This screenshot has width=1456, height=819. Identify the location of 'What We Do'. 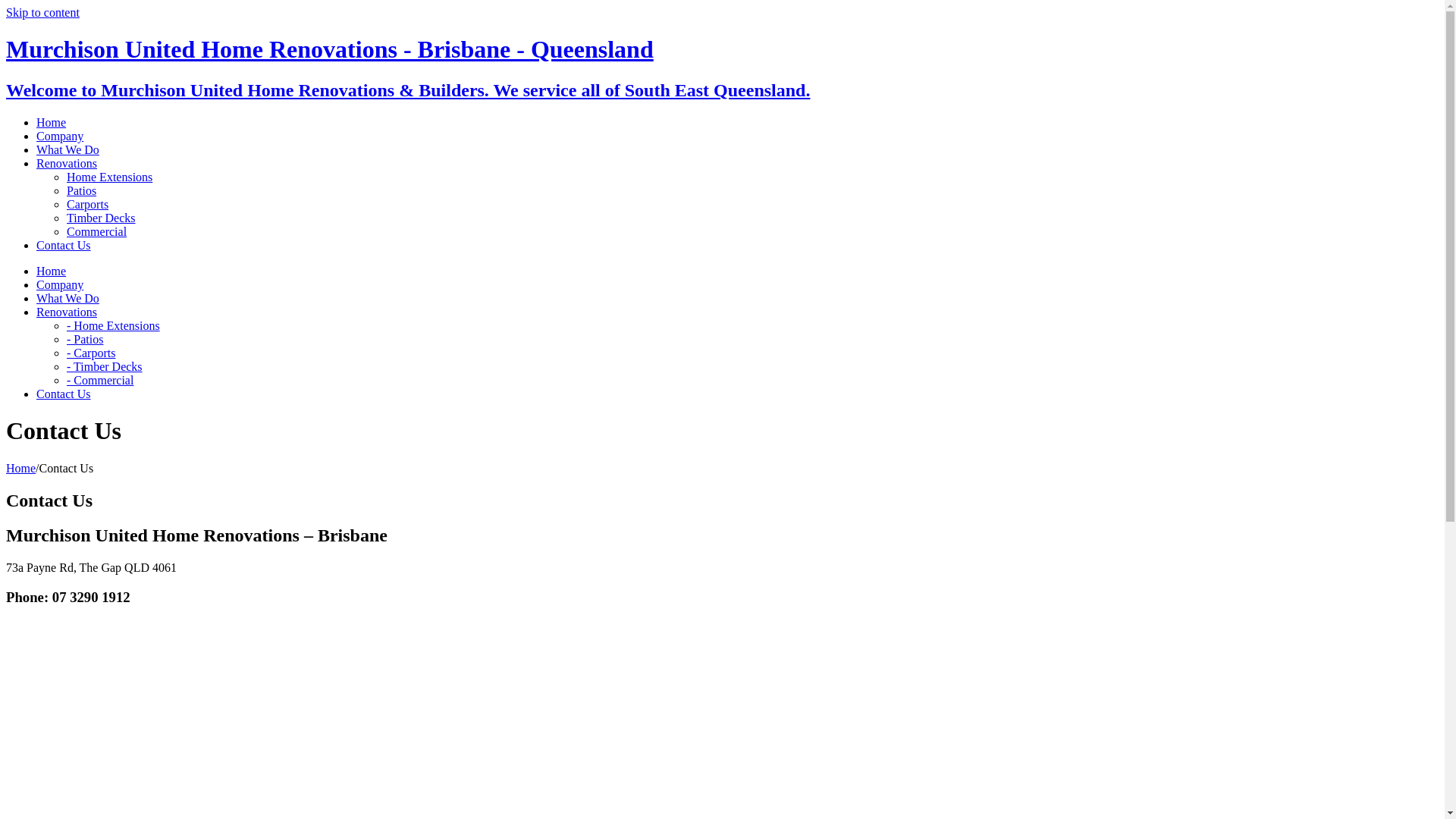
(67, 298).